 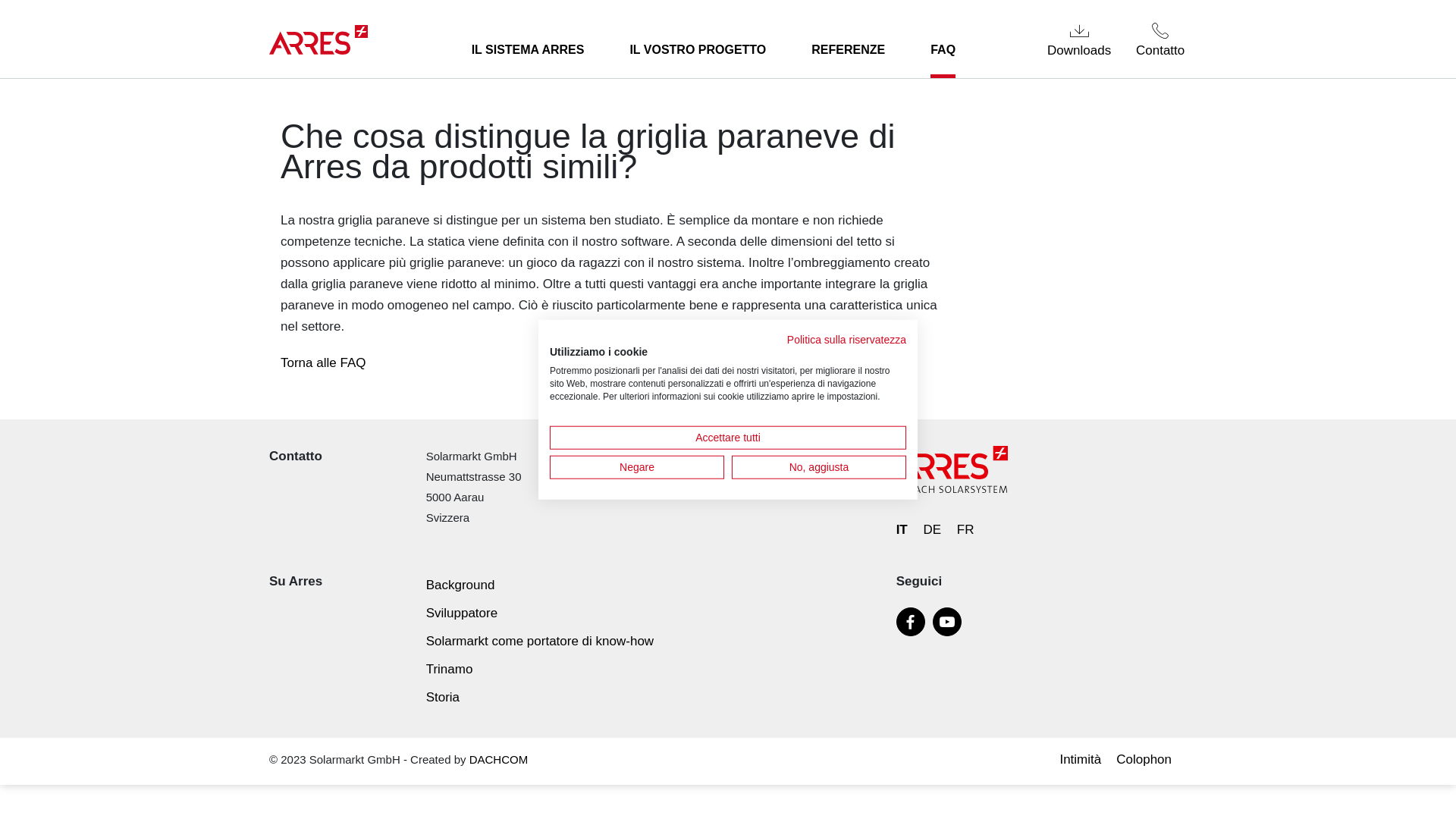 What do you see at coordinates (425, 612) in the screenshot?
I see `'Sviluppatore'` at bounding box center [425, 612].